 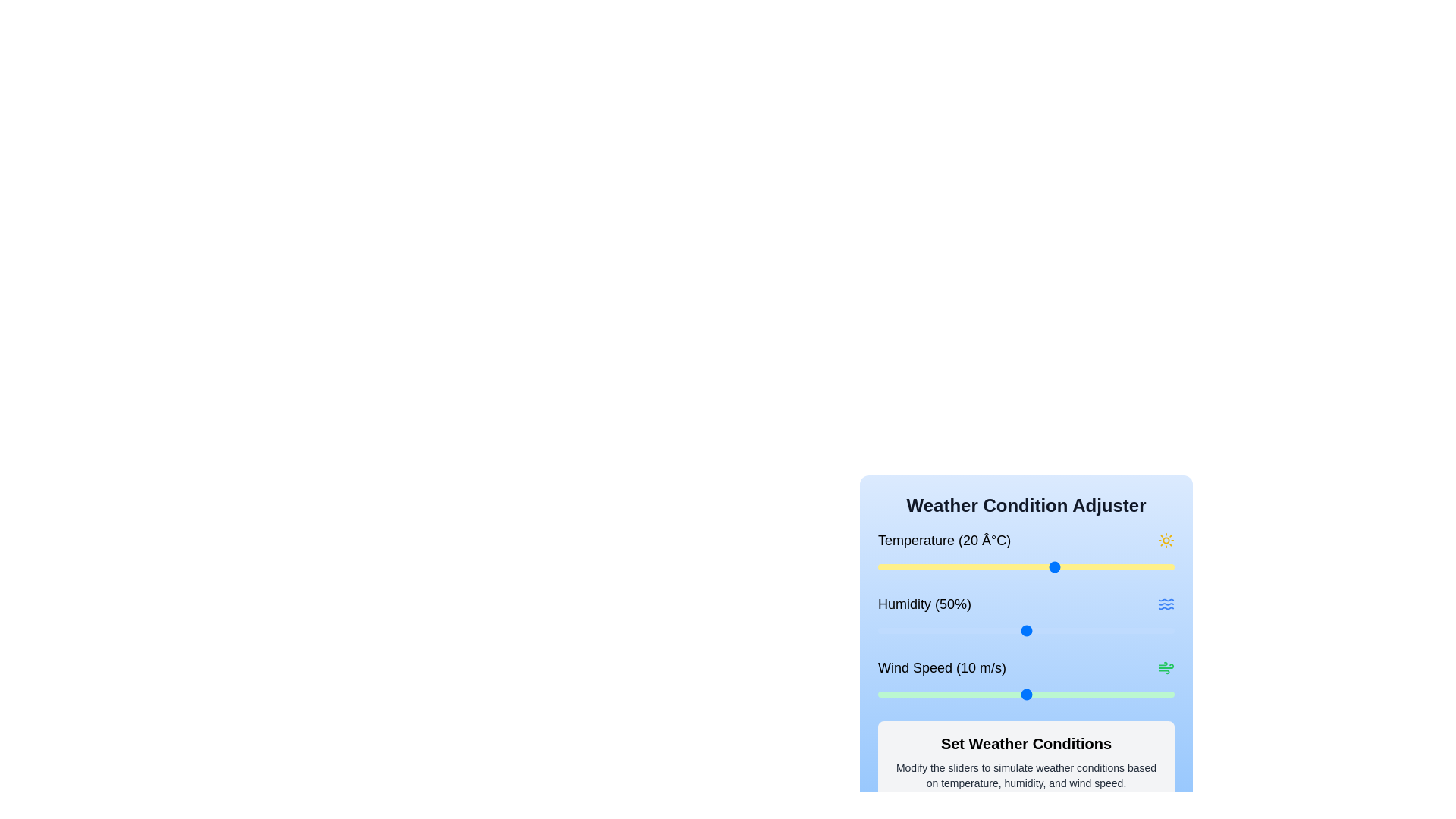 What do you see at coordinates (902, 567) in the screenshot?
I see `the temperature slider to set the temperature to -6 degrees Celsius` at bounding box center [902, 567].